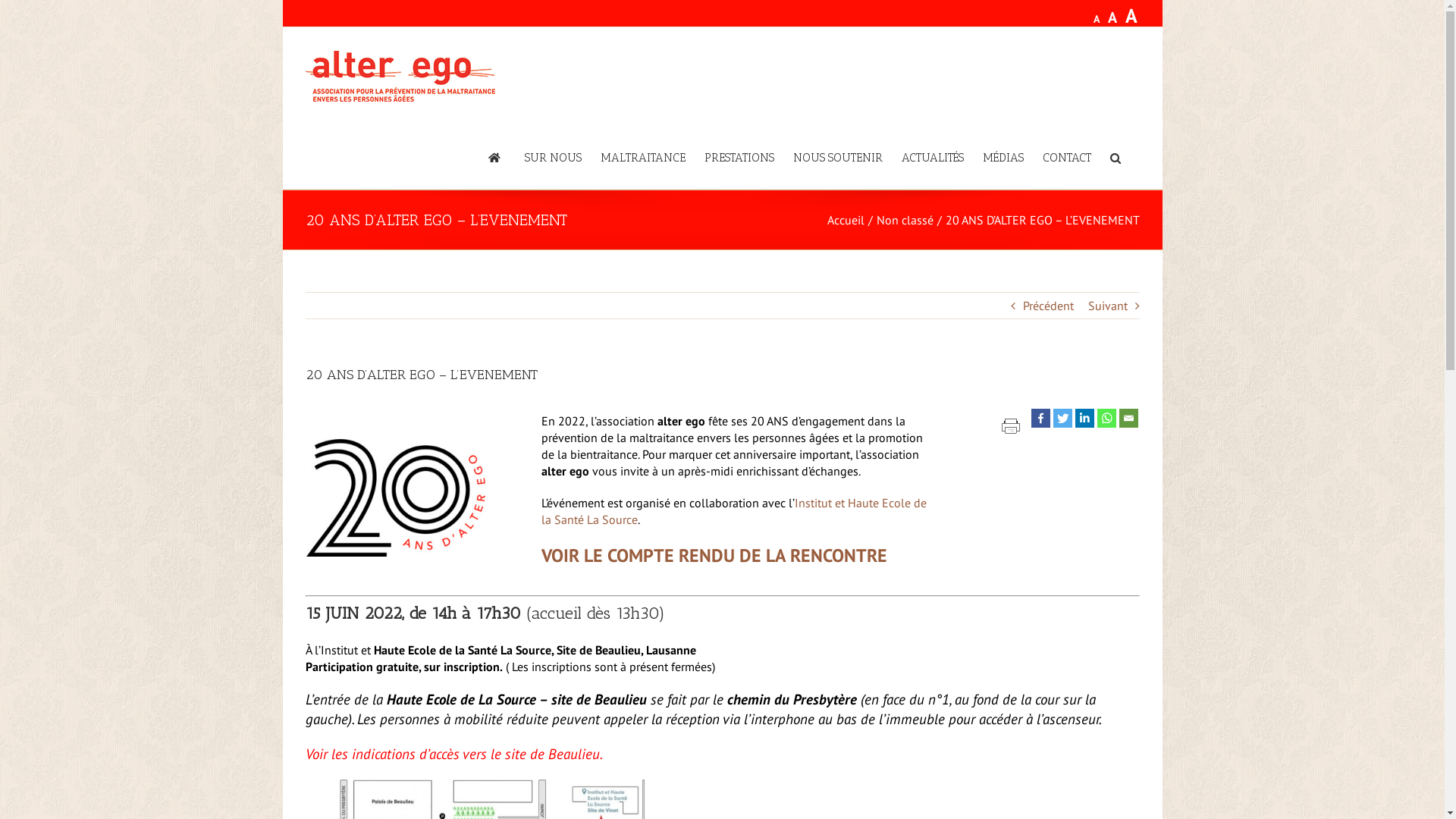 This screenshot has width=1456, height=819. What do you see at coordinates (1040, 418) in the screenshot?
I see `'Facebook'` at bounding box center [1040, 418].